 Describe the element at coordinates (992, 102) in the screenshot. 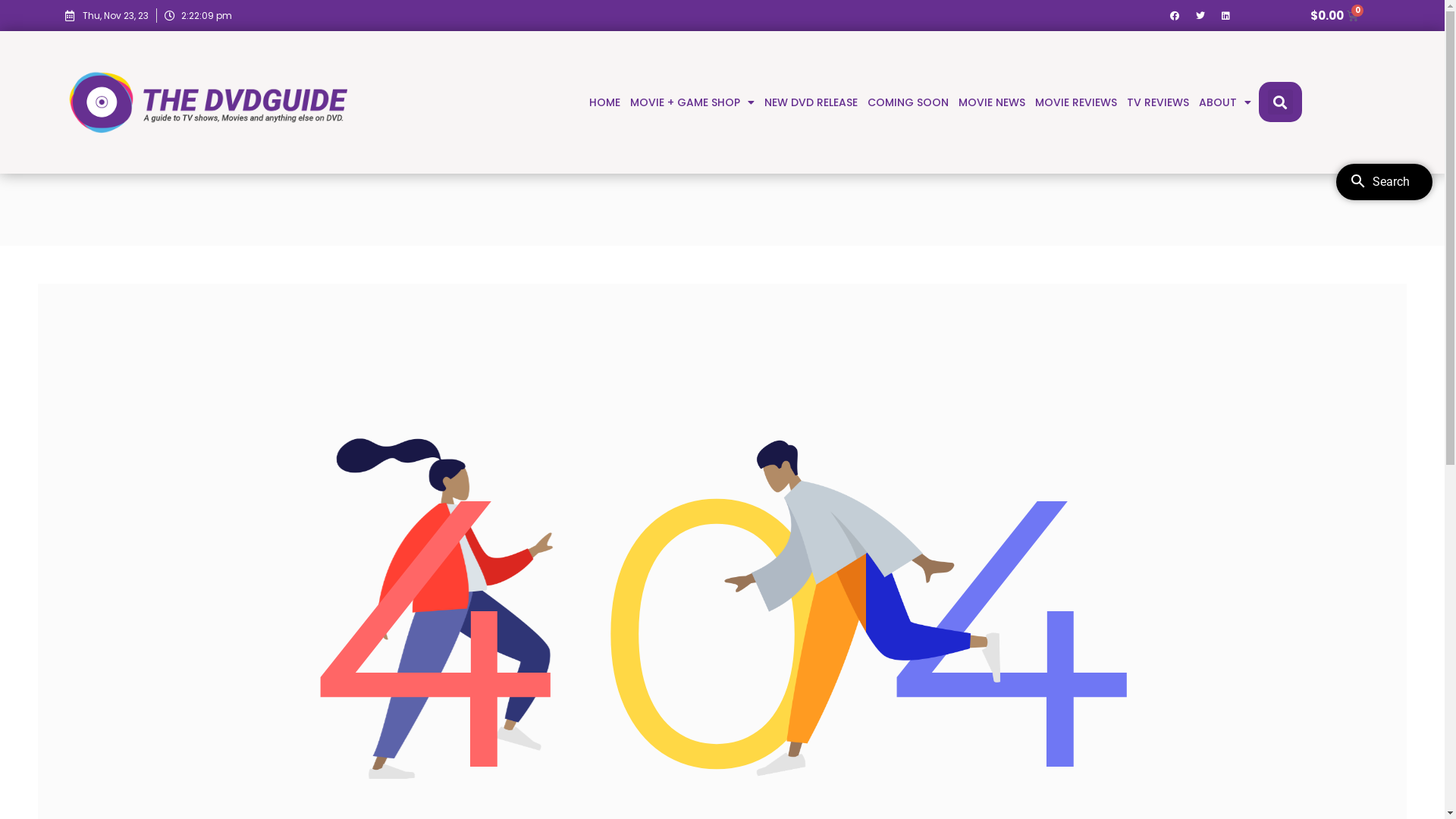

I see `'MOVIE NEWS'` at that location.